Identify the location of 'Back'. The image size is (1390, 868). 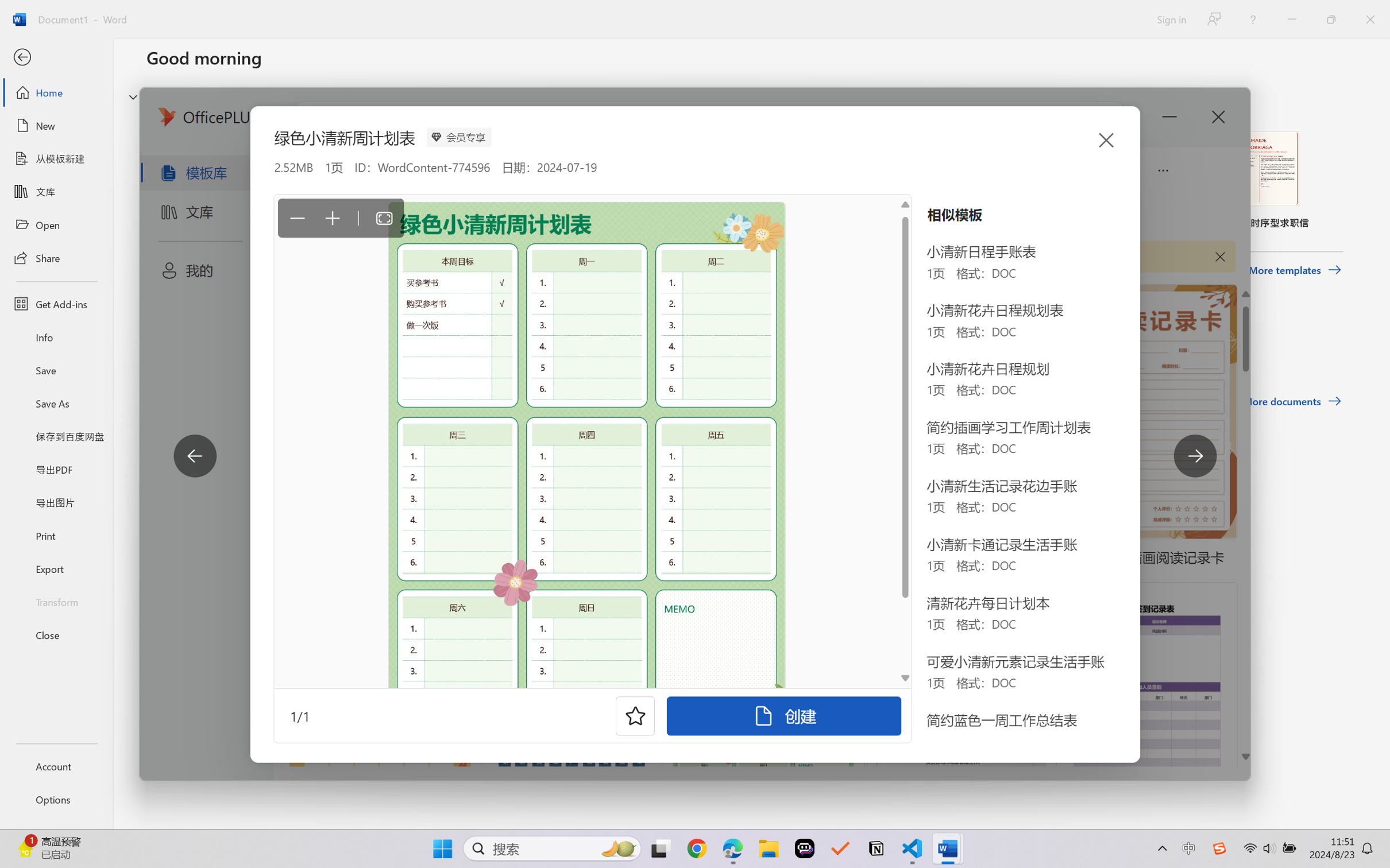
(56, 57).